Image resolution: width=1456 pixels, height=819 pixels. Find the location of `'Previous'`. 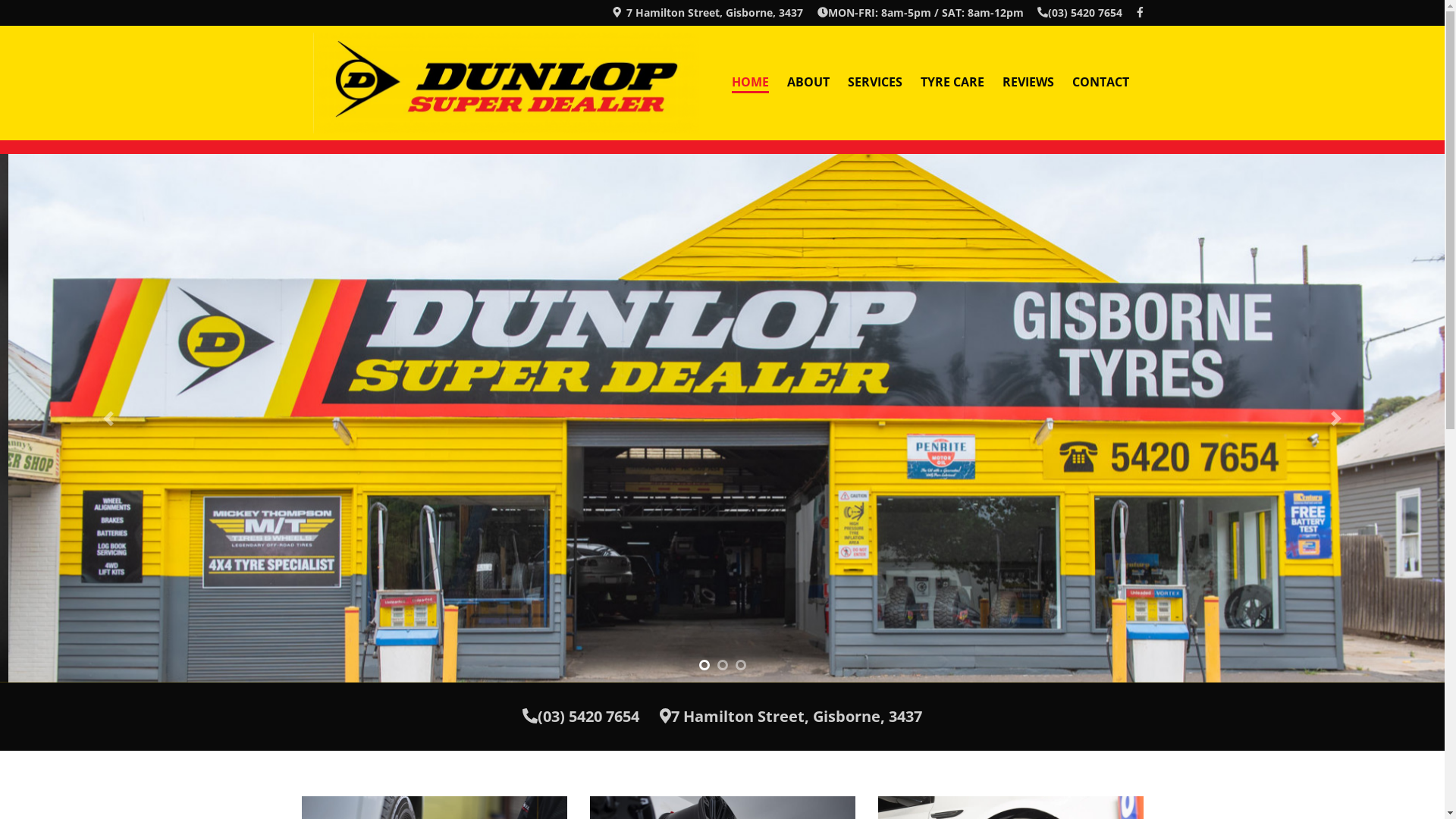

'Previous' is located at coordinates (0, 418).